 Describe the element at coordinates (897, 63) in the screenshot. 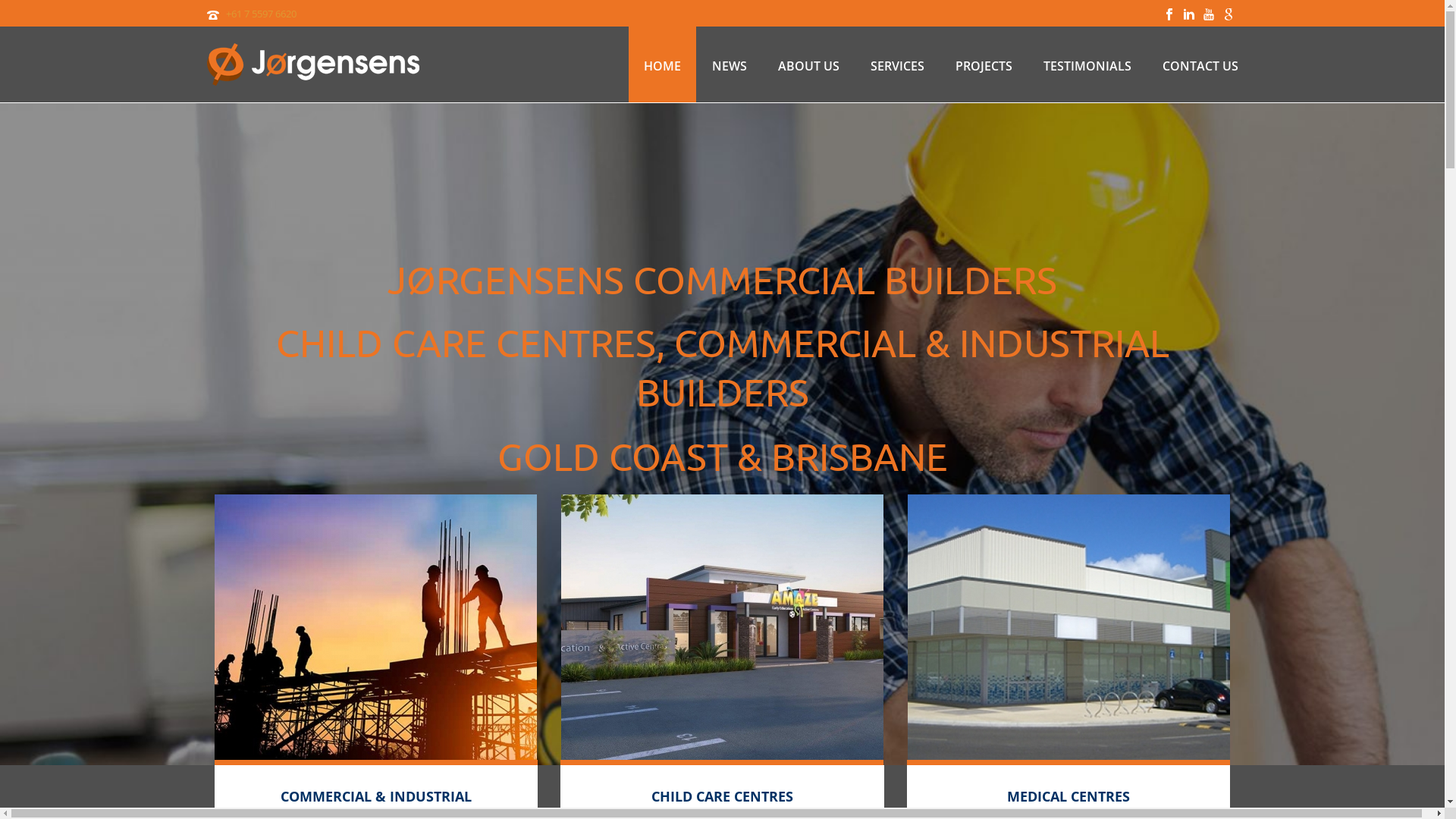

I see `'SERVICES'` at that location.